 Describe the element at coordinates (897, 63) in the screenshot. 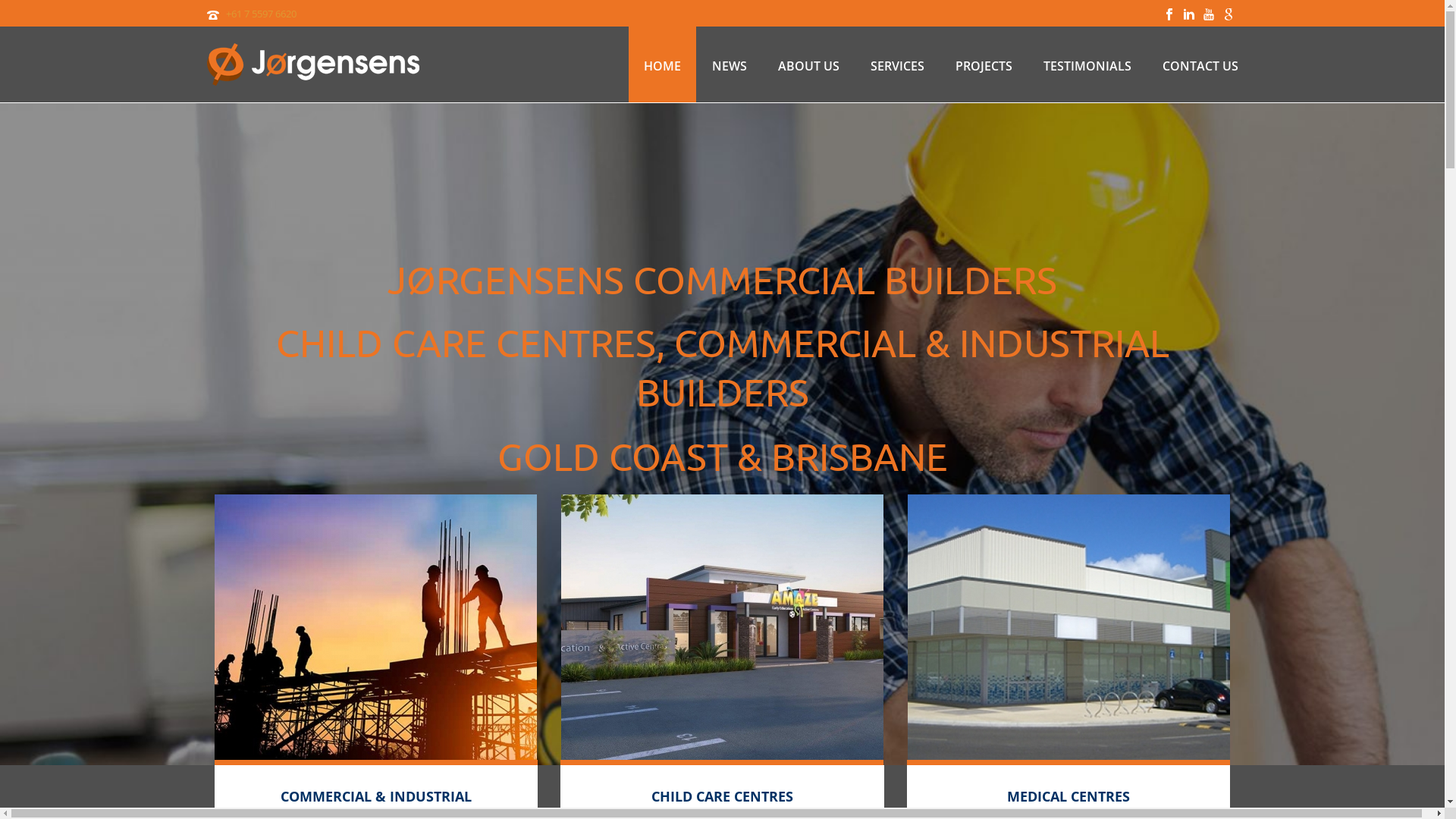

I see `'SERVICES'` at that location.